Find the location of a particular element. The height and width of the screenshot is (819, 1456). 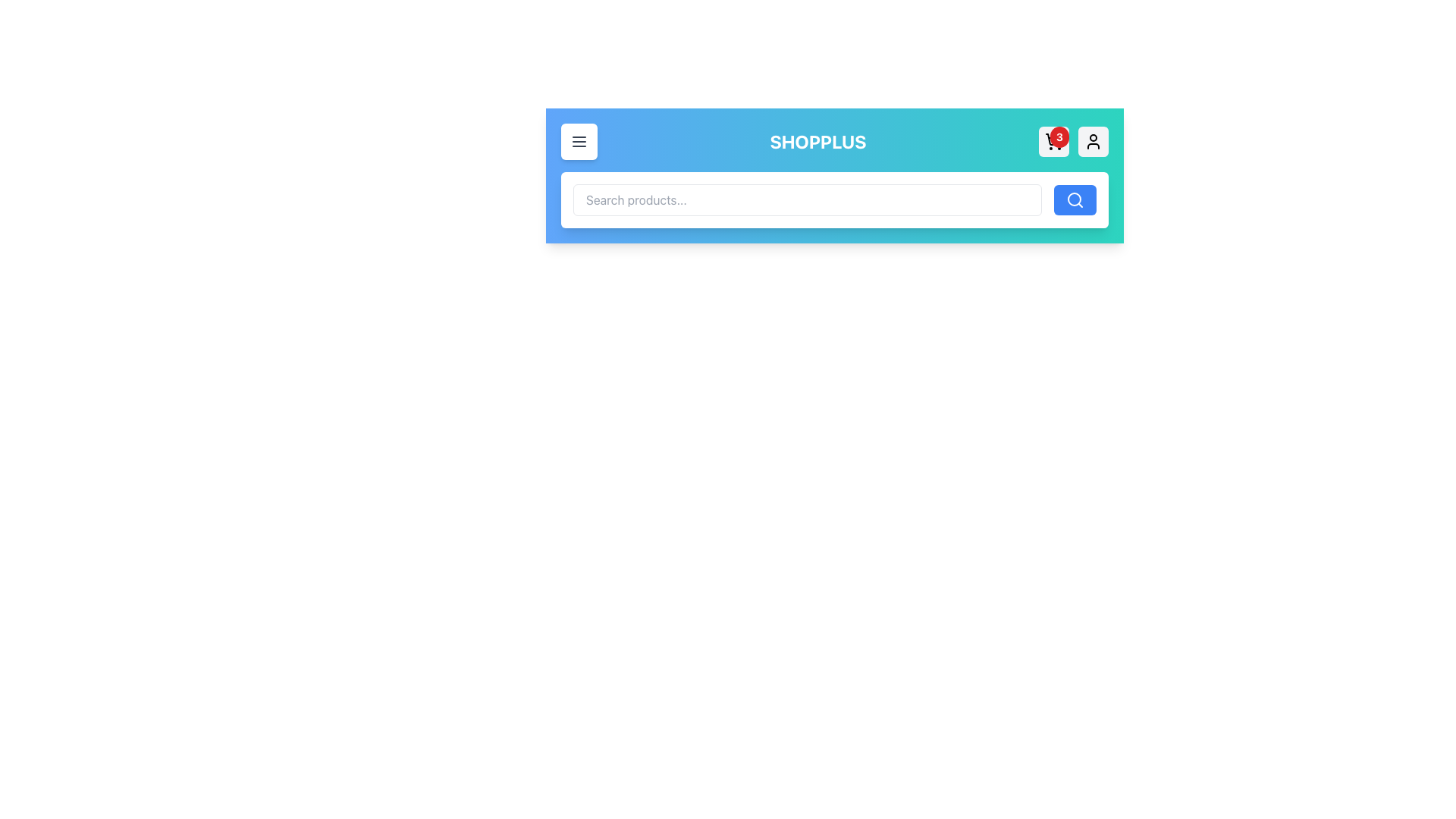

the blue button with rounded corners containing a magnifying glass icon, located to the right of the 'Search products...' text input field is located at coordinates (1074, 199).